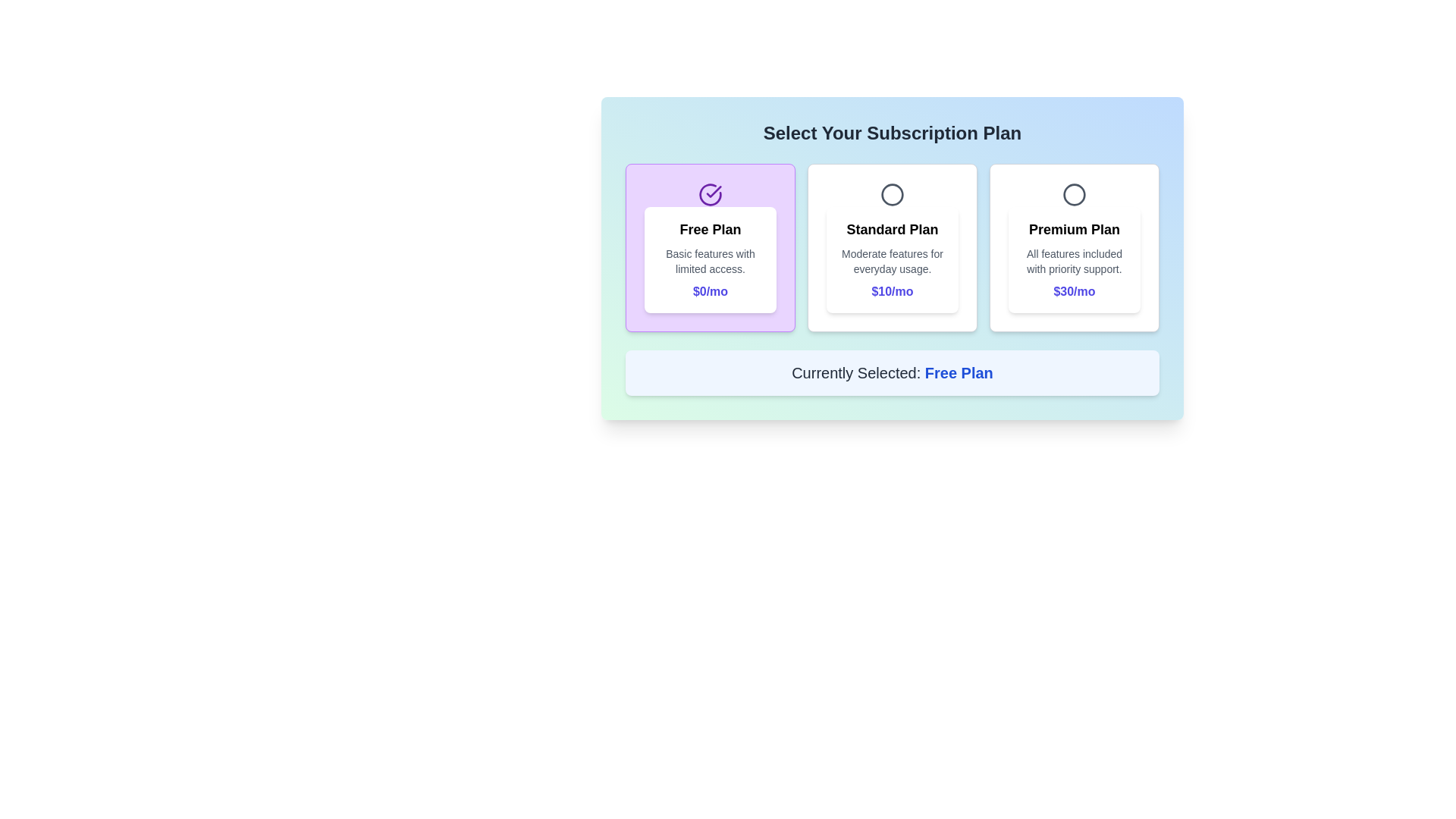 The height and width of the screenshot is (819, 1456). Describe the element at coordinates (892, 292) in the screenshot. I see `the Label displaying the monthly cost of the 'Standard Plan' subscription, located below the descriptive text 'Moderate features for everyday usage.' in the 'Standard Plan' card` at that location.